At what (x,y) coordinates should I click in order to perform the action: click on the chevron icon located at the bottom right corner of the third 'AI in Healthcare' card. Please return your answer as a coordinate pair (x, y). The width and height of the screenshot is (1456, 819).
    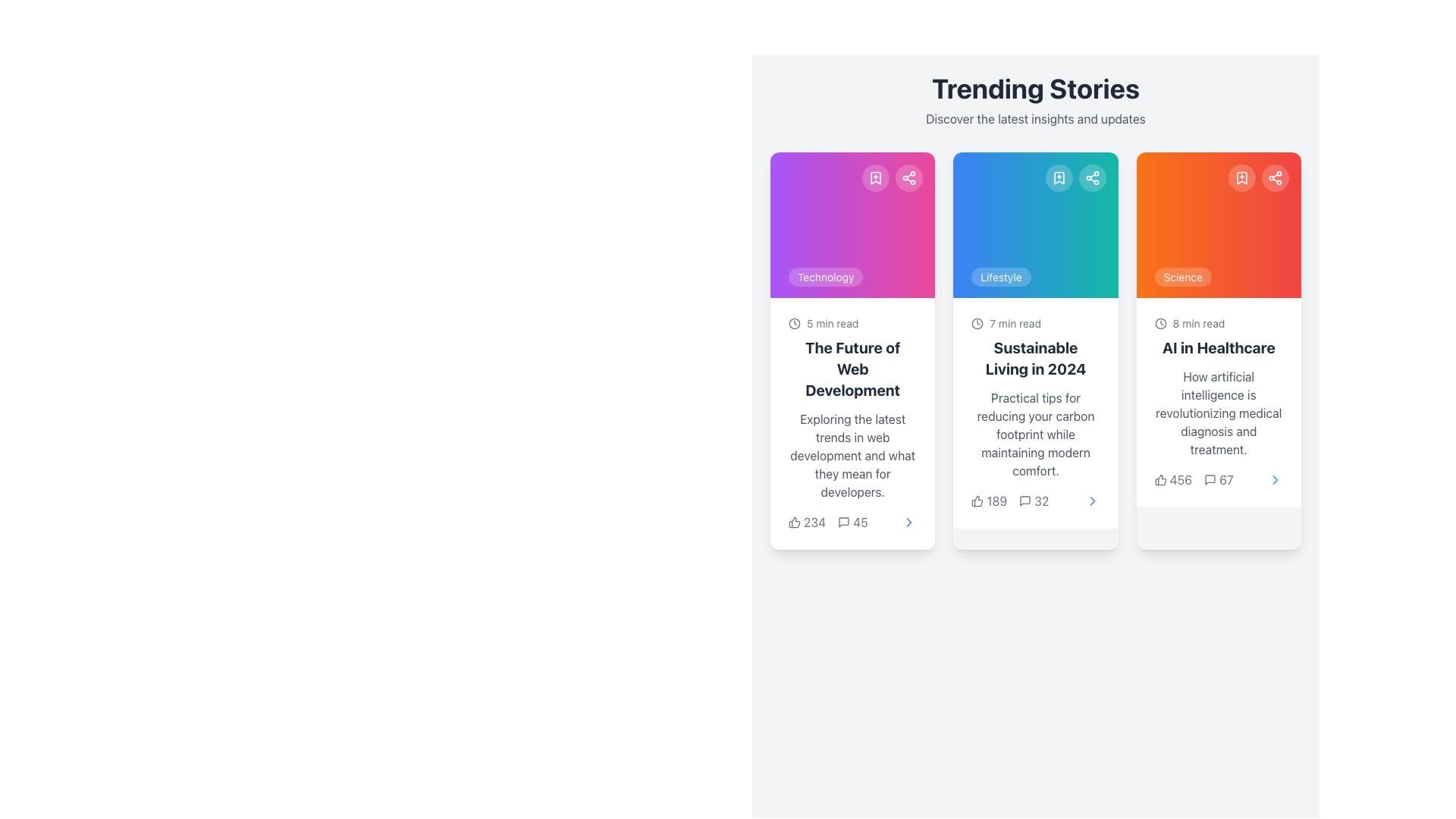
    Looking at the image, I should click on (1274, 479).